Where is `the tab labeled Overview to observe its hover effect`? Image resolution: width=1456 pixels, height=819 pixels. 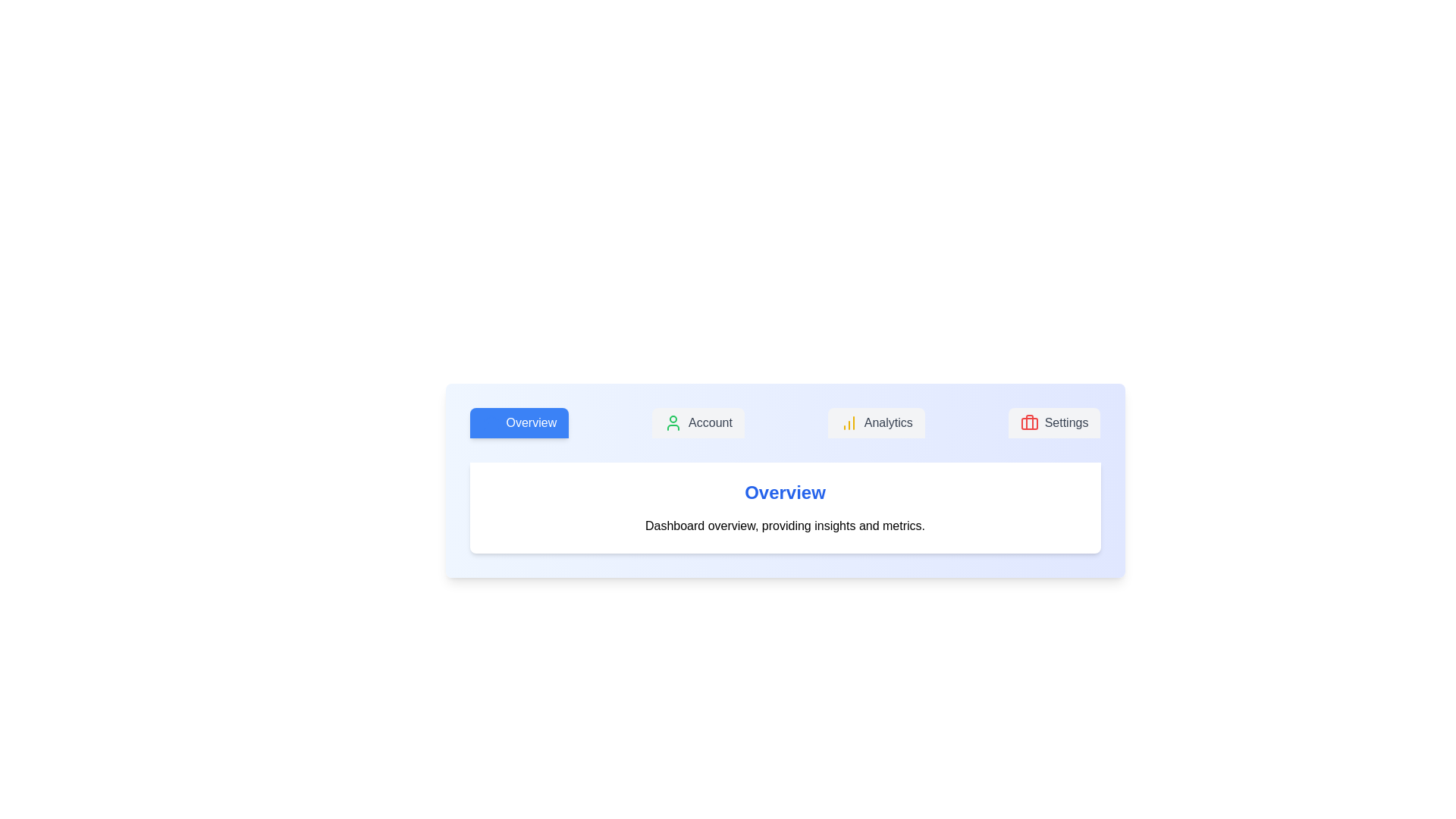 the tab labeled Overview to observe its hover effect is located at coordinates (519, 423).